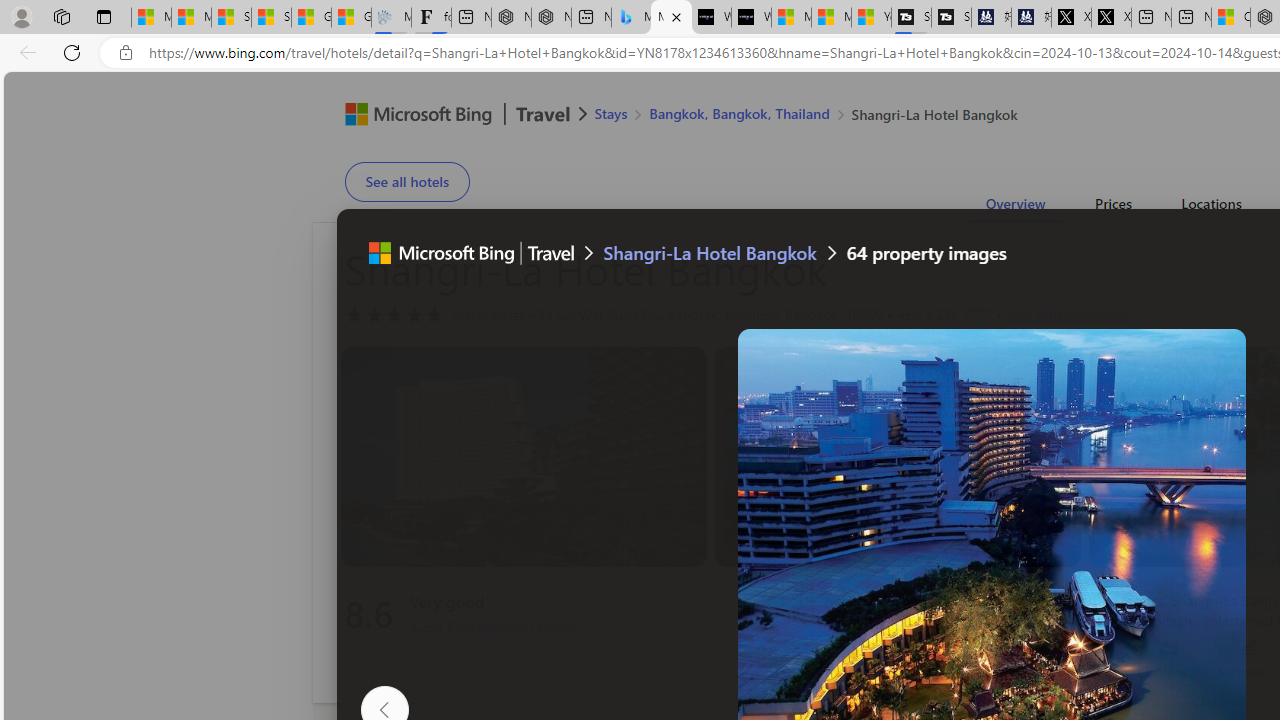 This screenshot has width=1280, height=720. Describe the element at coordinates (630, 17) in the screenshot. I see `'Microsoft Bing Travel - Stays in Bangkok, Bangkok, Thailand'` at that location.